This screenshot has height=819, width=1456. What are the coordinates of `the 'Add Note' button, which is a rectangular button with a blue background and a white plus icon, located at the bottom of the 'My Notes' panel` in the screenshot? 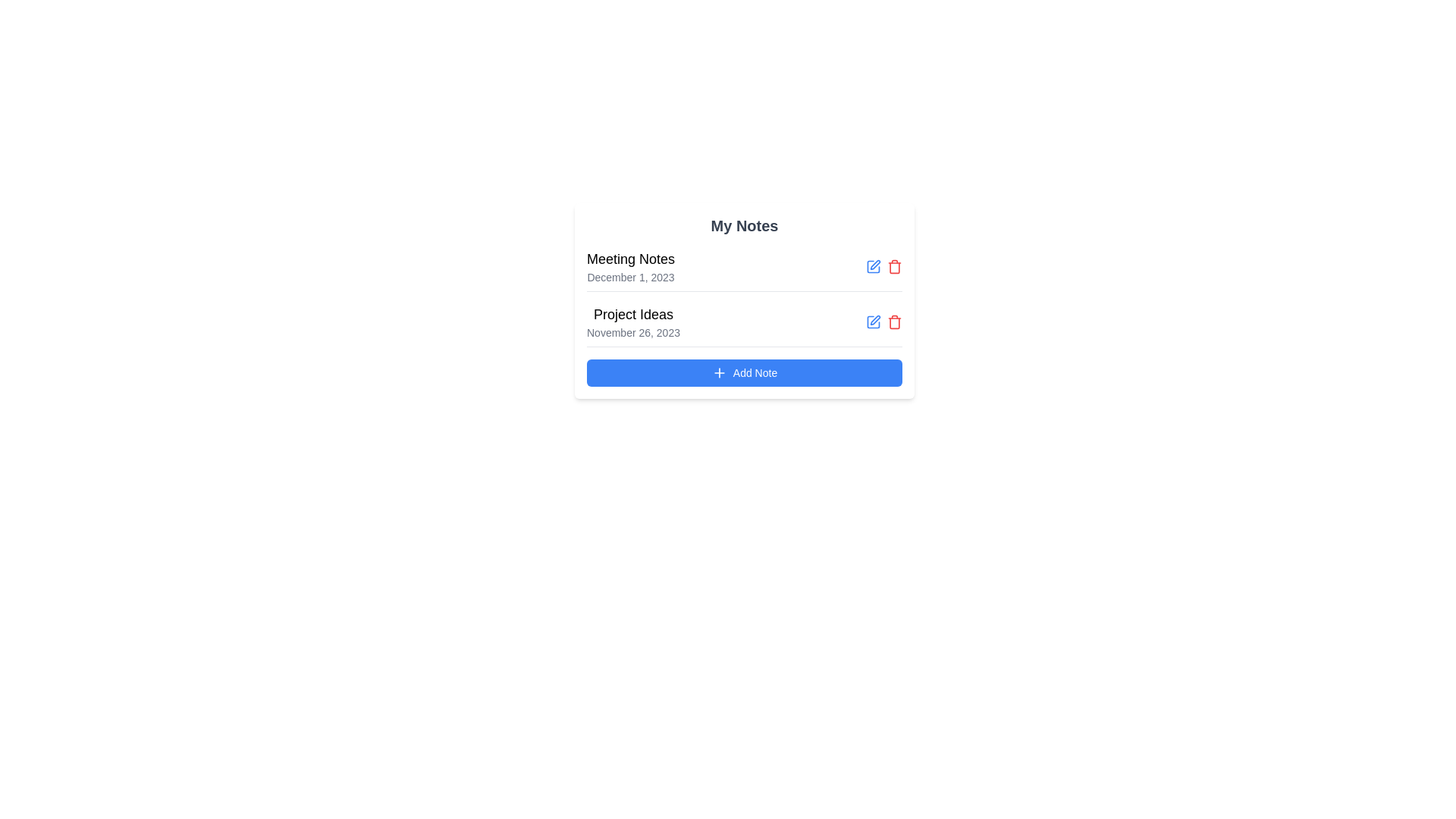 It's located at (745, 373).